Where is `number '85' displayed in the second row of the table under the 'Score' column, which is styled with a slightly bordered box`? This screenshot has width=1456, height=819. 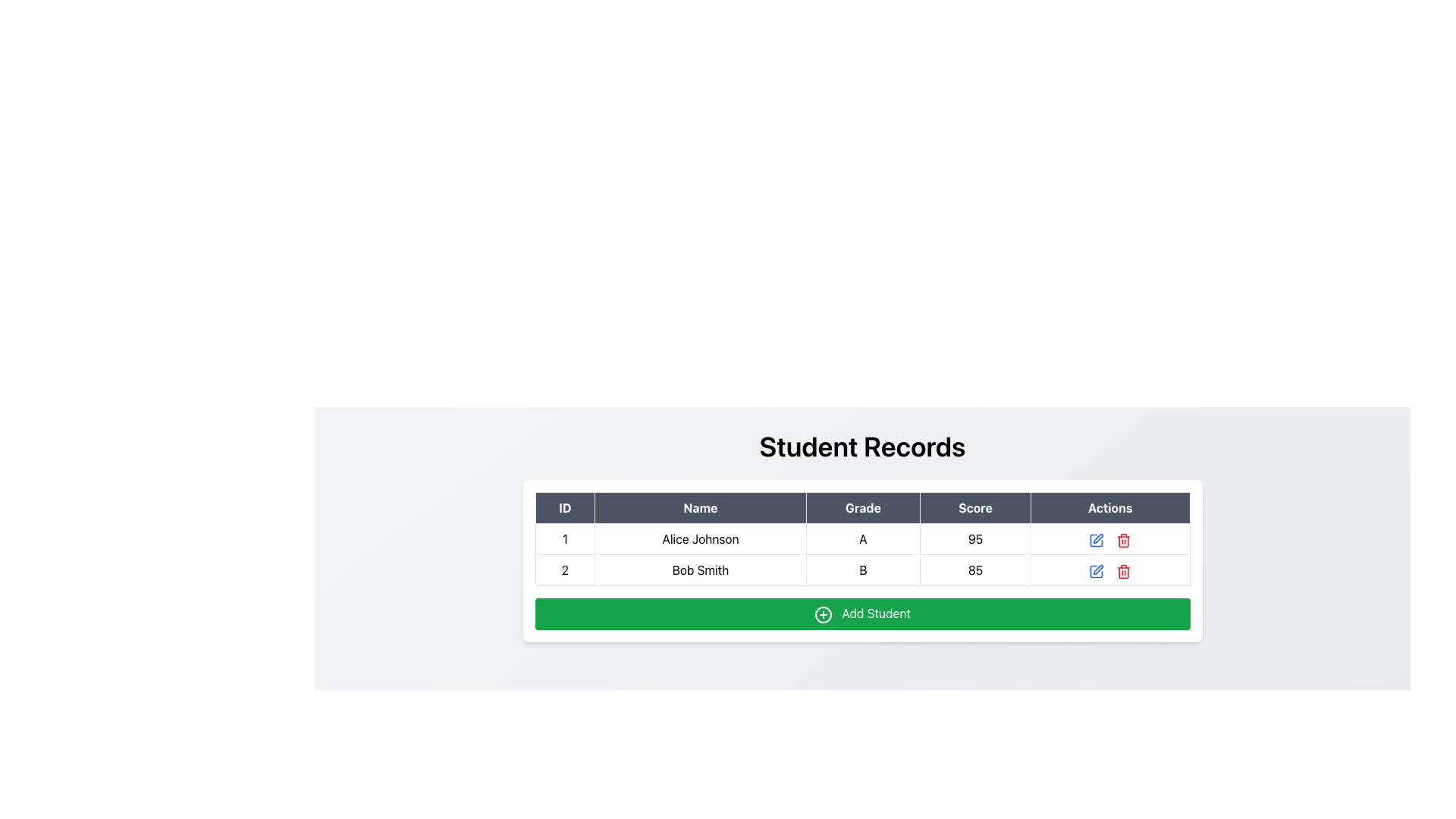
number '85' displayed in the second row of the table under the 'Score' column, which is styled with a slightly bordered box is located at coordinates (975, 570).